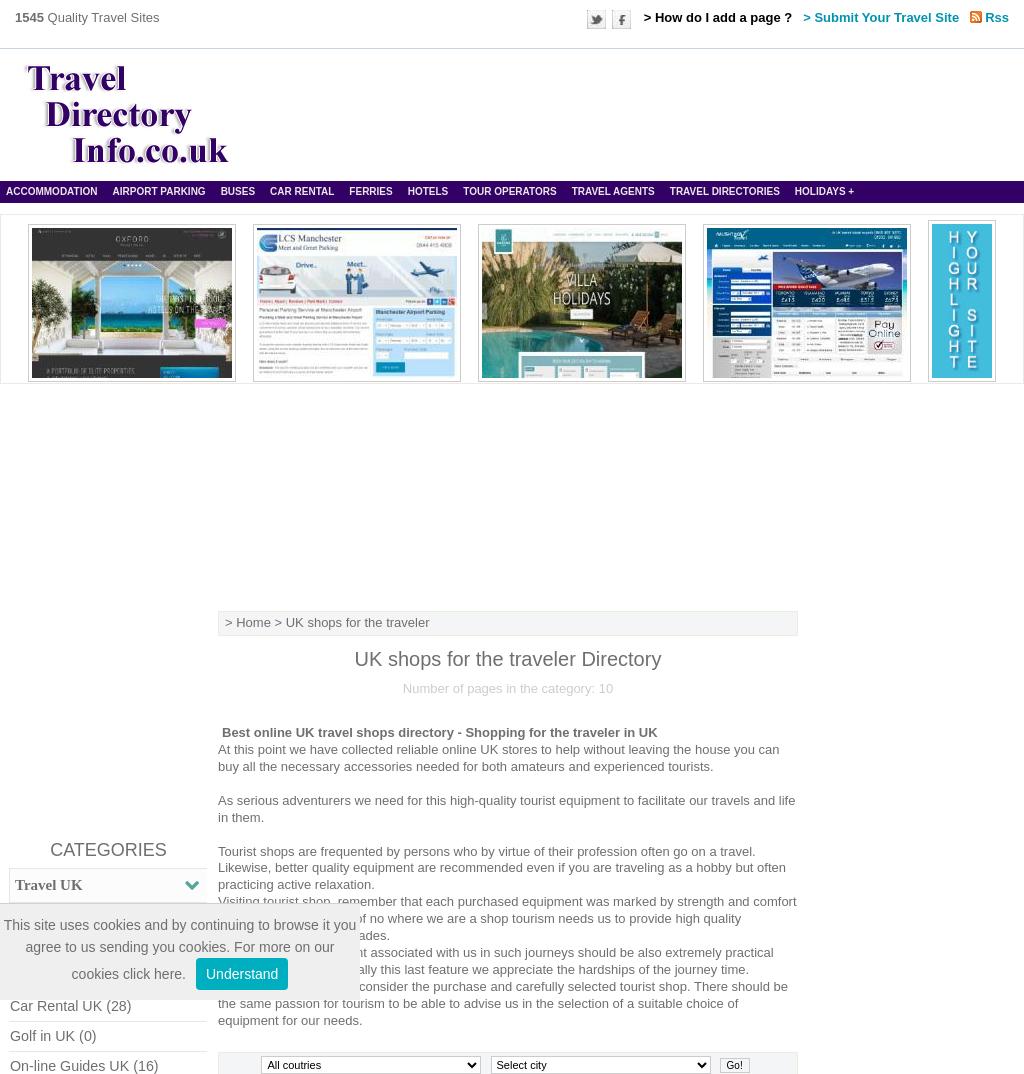 This screenshot has width=1024, height=1074. I want to click on 'Number of pages in the category: 10', so click(506, 686).